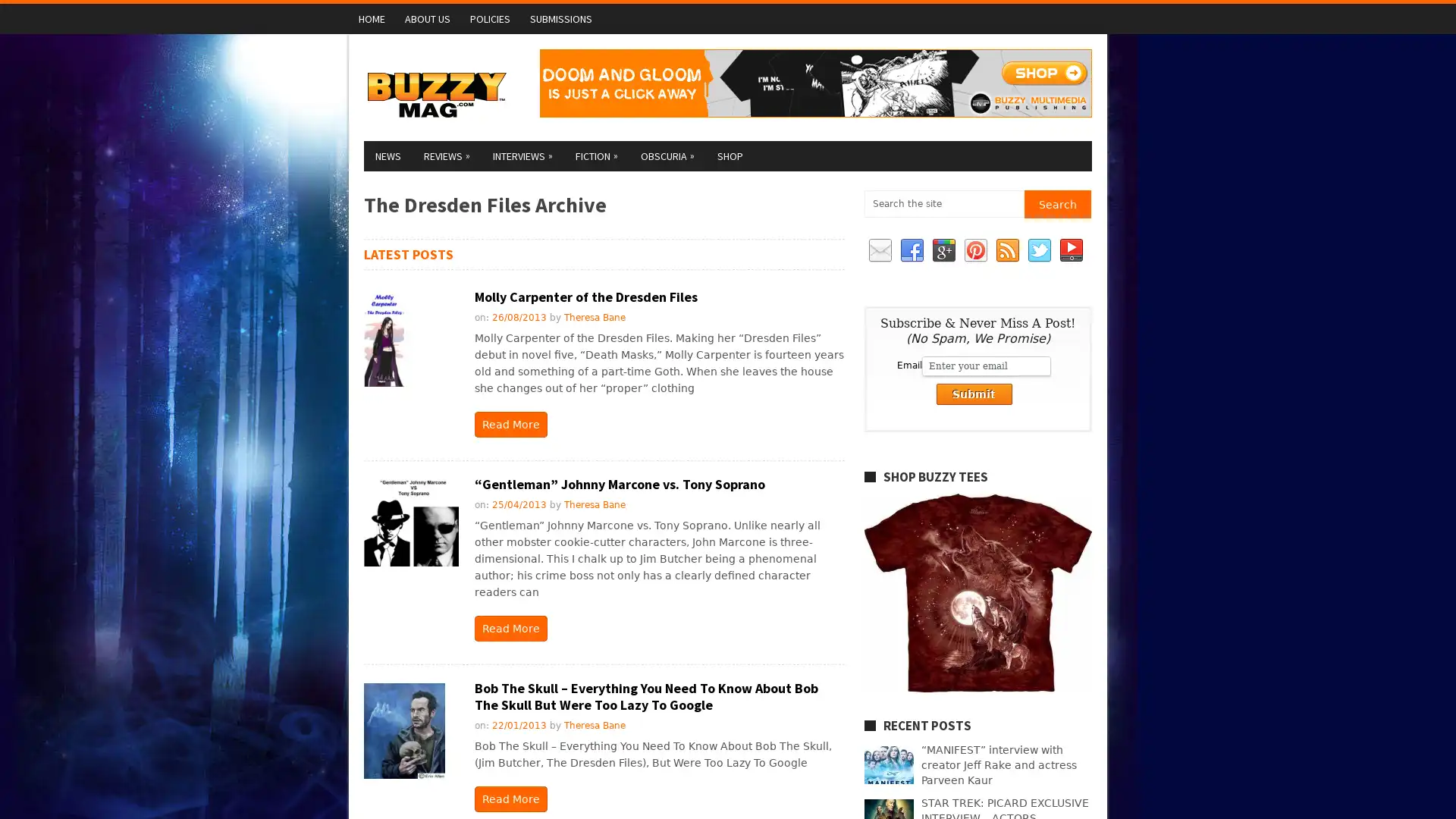 The image size is (1456, 819). What do you see at coordinates (1056, 203) in the screenshot?
I see `Search` at bounding box center [1056, 203].